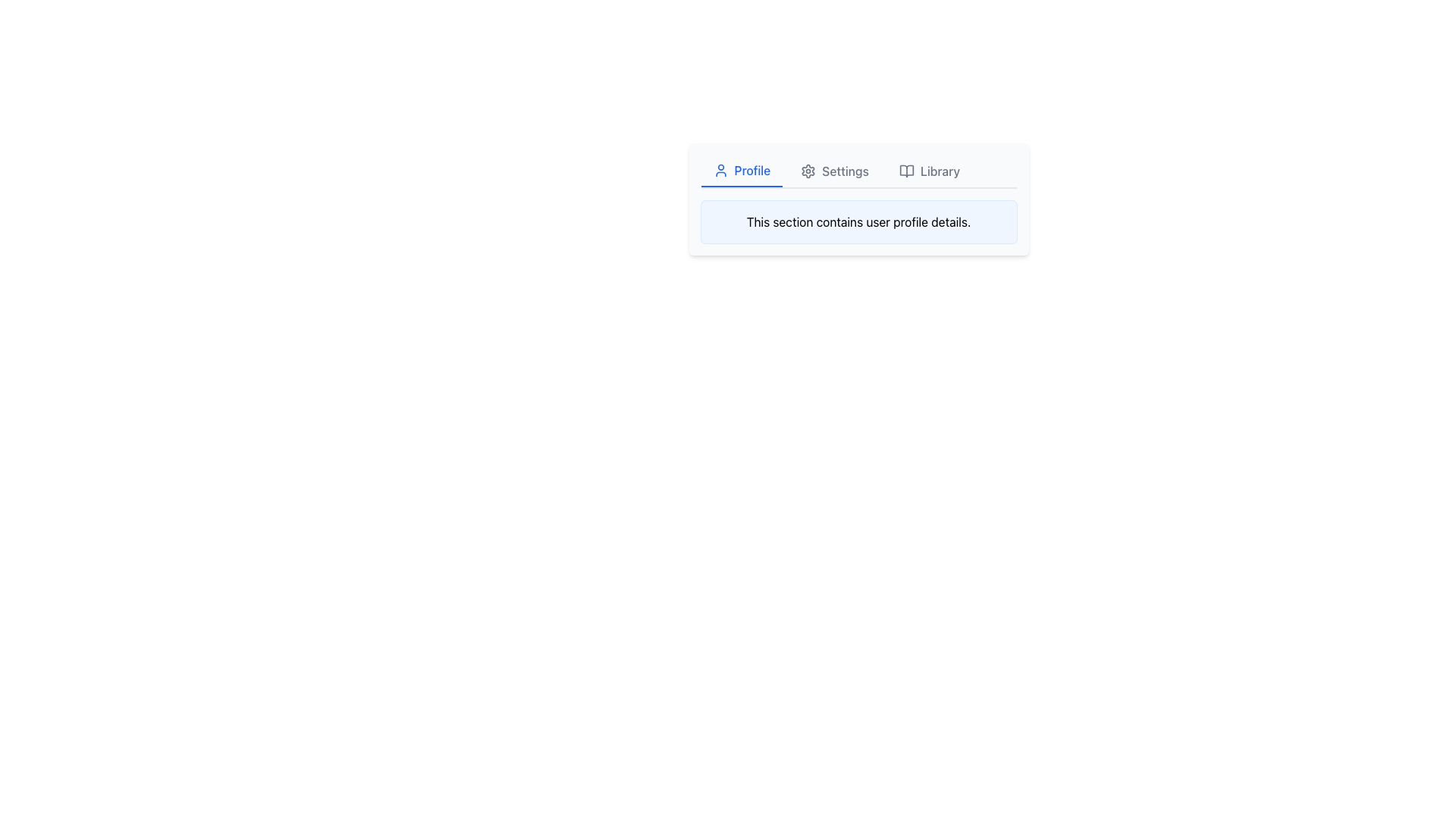  What do you see at coordinates (752, 170) in the screenshot?
I see `the 'Profile' text in the navigation bar` at bounding box center [752, 170].